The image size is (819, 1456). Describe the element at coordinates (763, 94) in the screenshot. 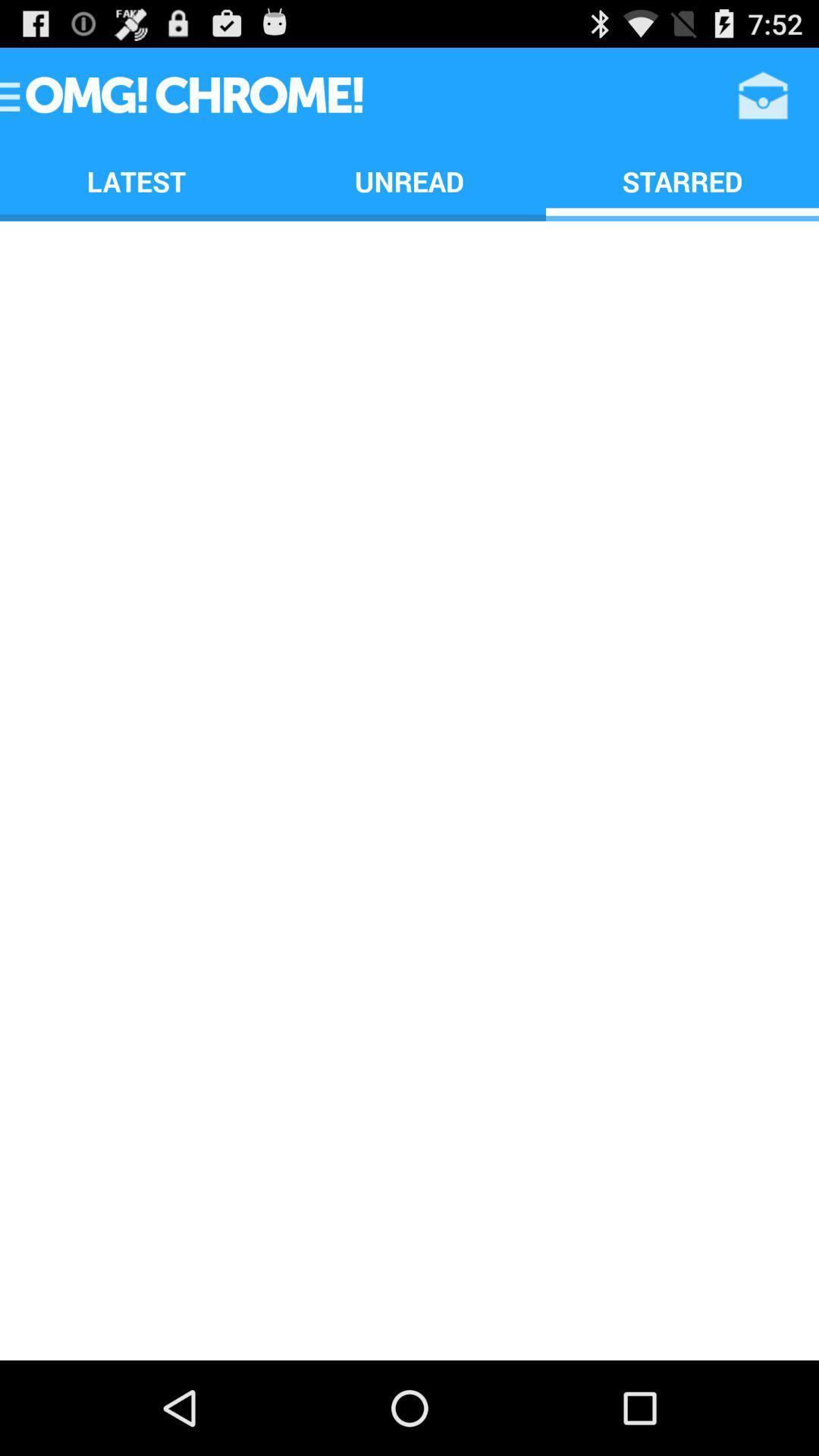

I see `the item above the starred icon` at that location.